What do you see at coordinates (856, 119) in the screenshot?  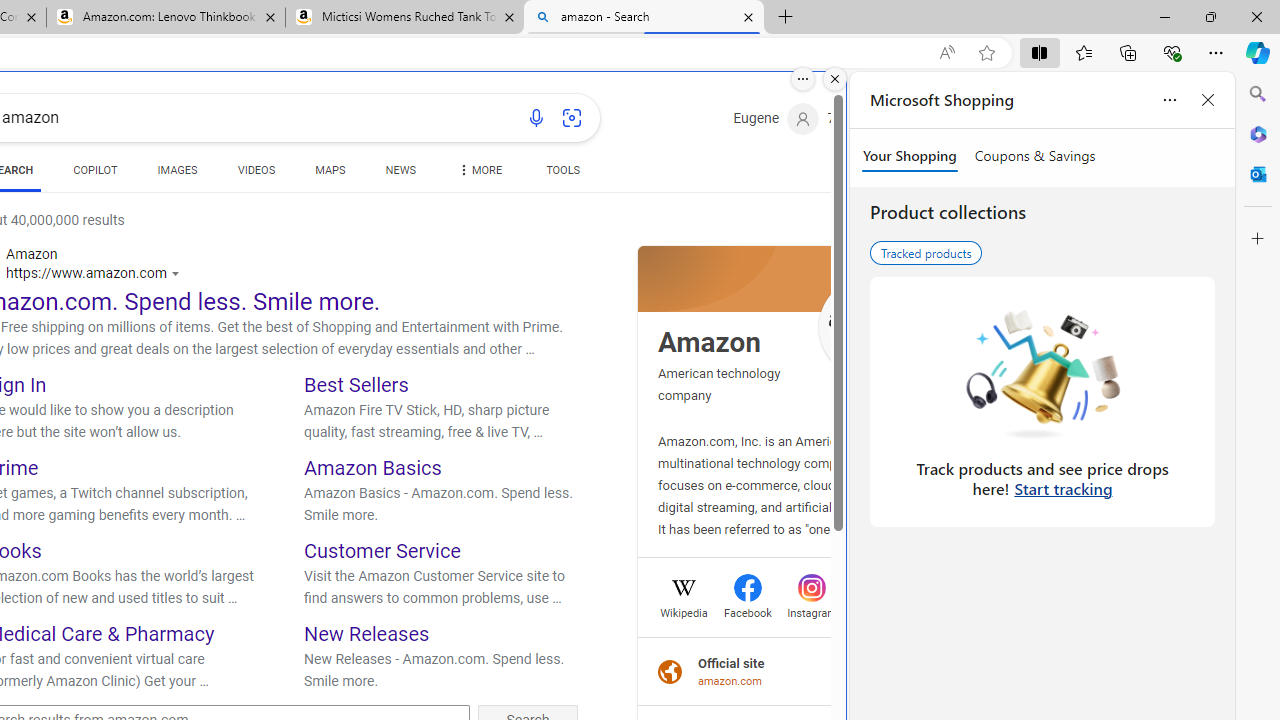 I see `'Microsoft Rewards 72'` at bounding box center [856, 119].